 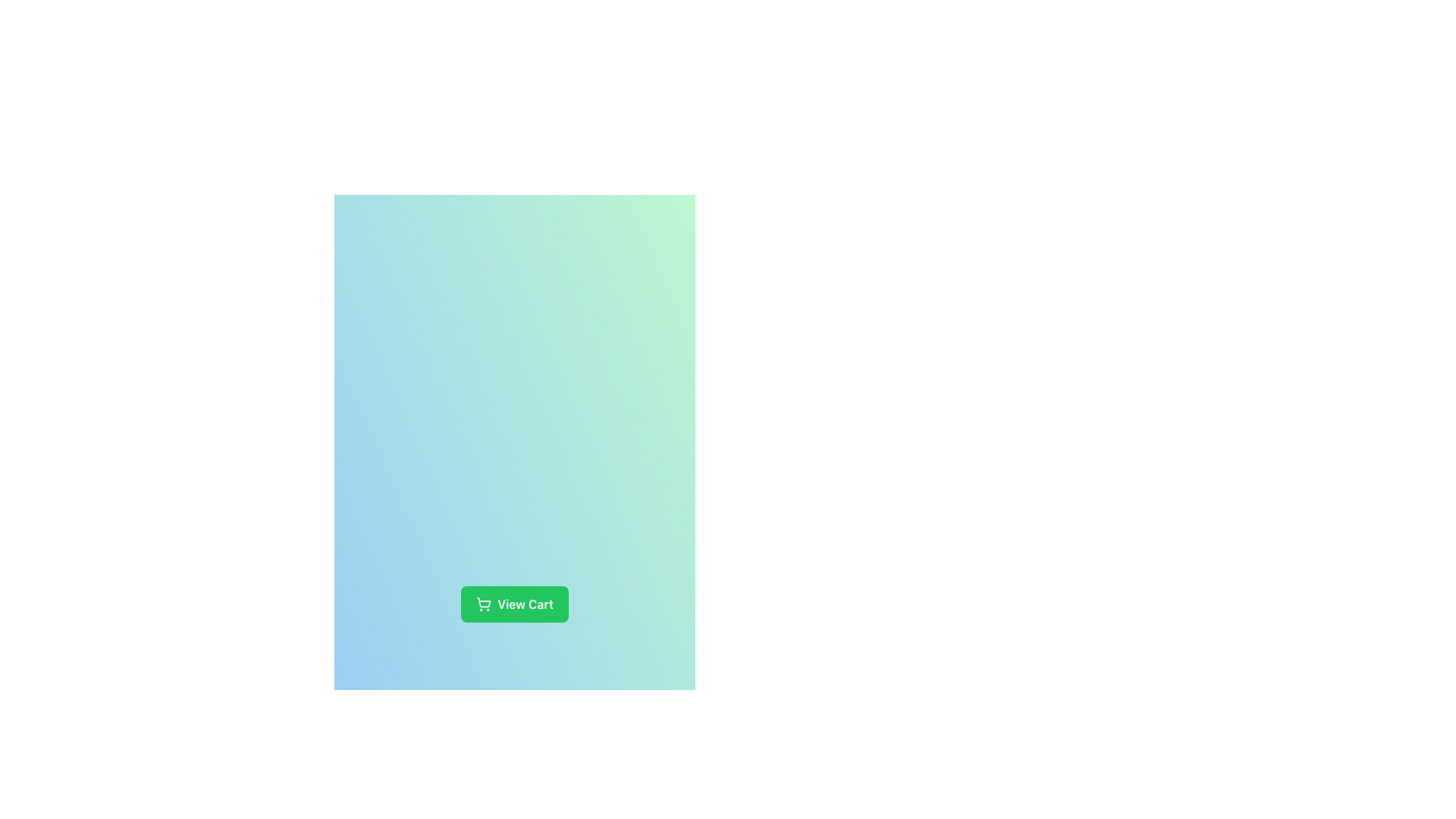 I want to click on the shopping cart icon located on the left side of the green 'View Cart' button in the lower-middle part of the interface, so click(x=483, y=604).